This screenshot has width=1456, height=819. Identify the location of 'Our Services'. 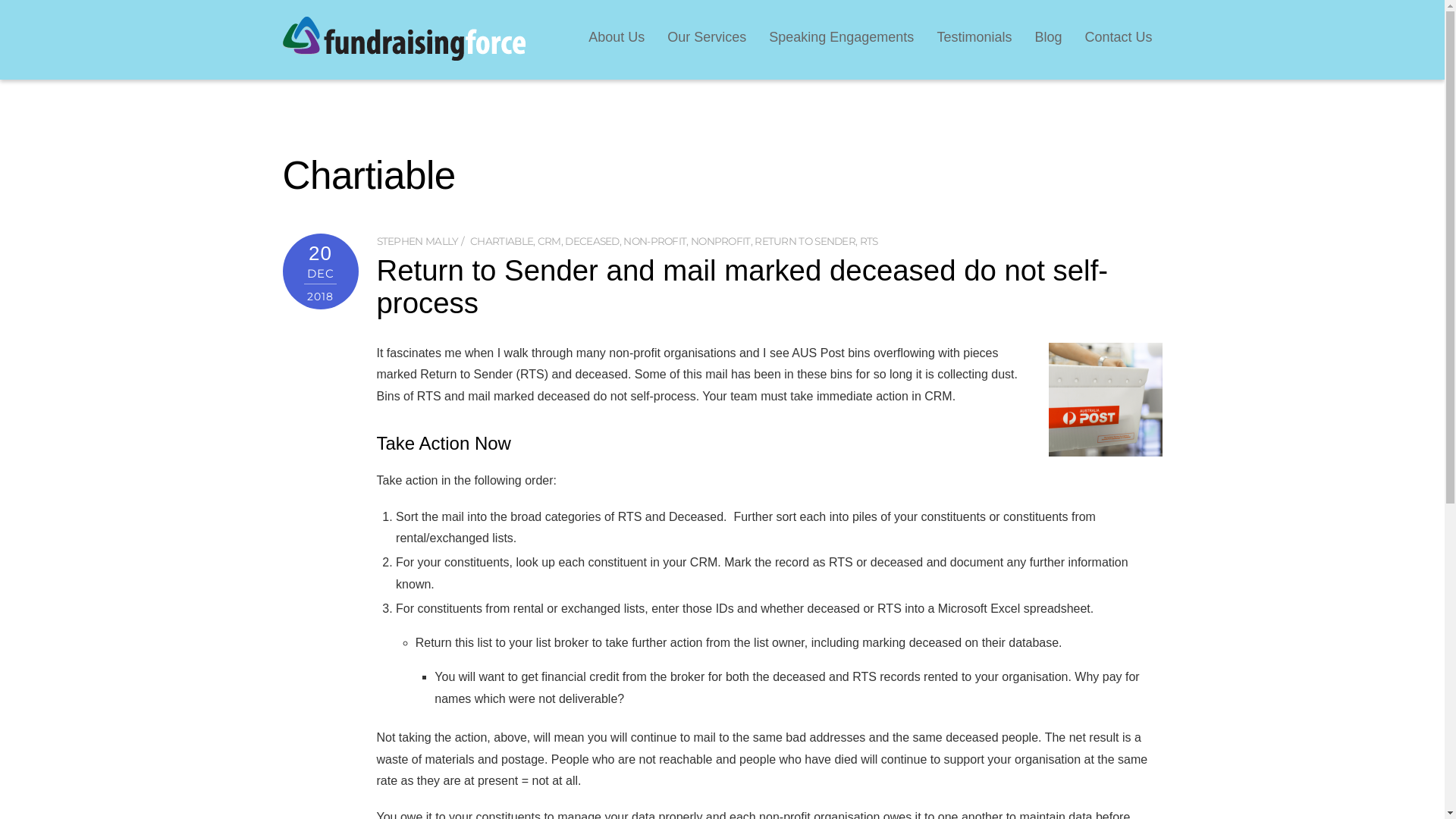
(659, 34).